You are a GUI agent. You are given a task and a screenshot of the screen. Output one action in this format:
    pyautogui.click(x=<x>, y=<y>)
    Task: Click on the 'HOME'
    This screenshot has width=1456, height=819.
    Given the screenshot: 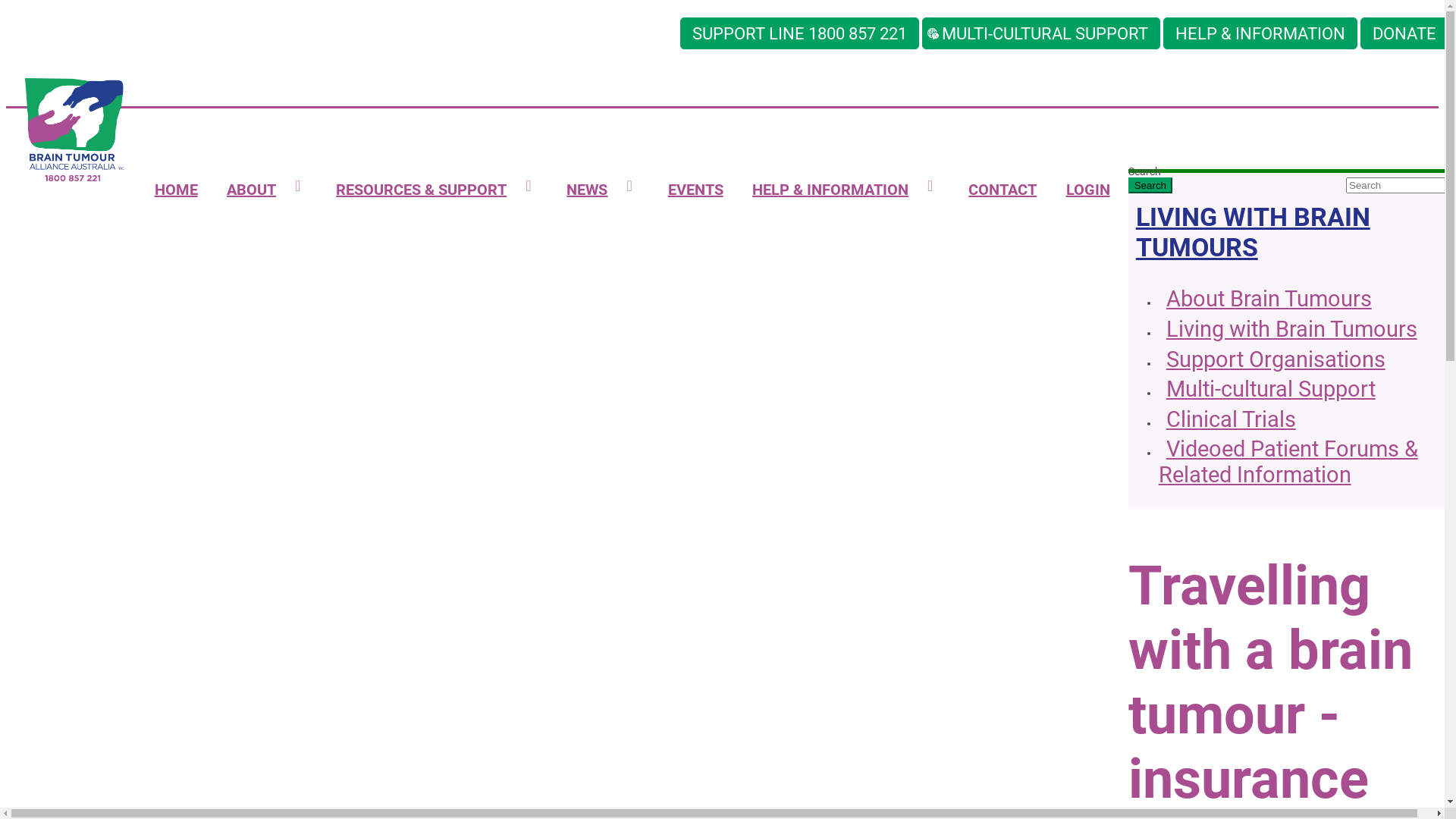 What is the action you would take?
    pyautogui.click(x=175, y=189)
    